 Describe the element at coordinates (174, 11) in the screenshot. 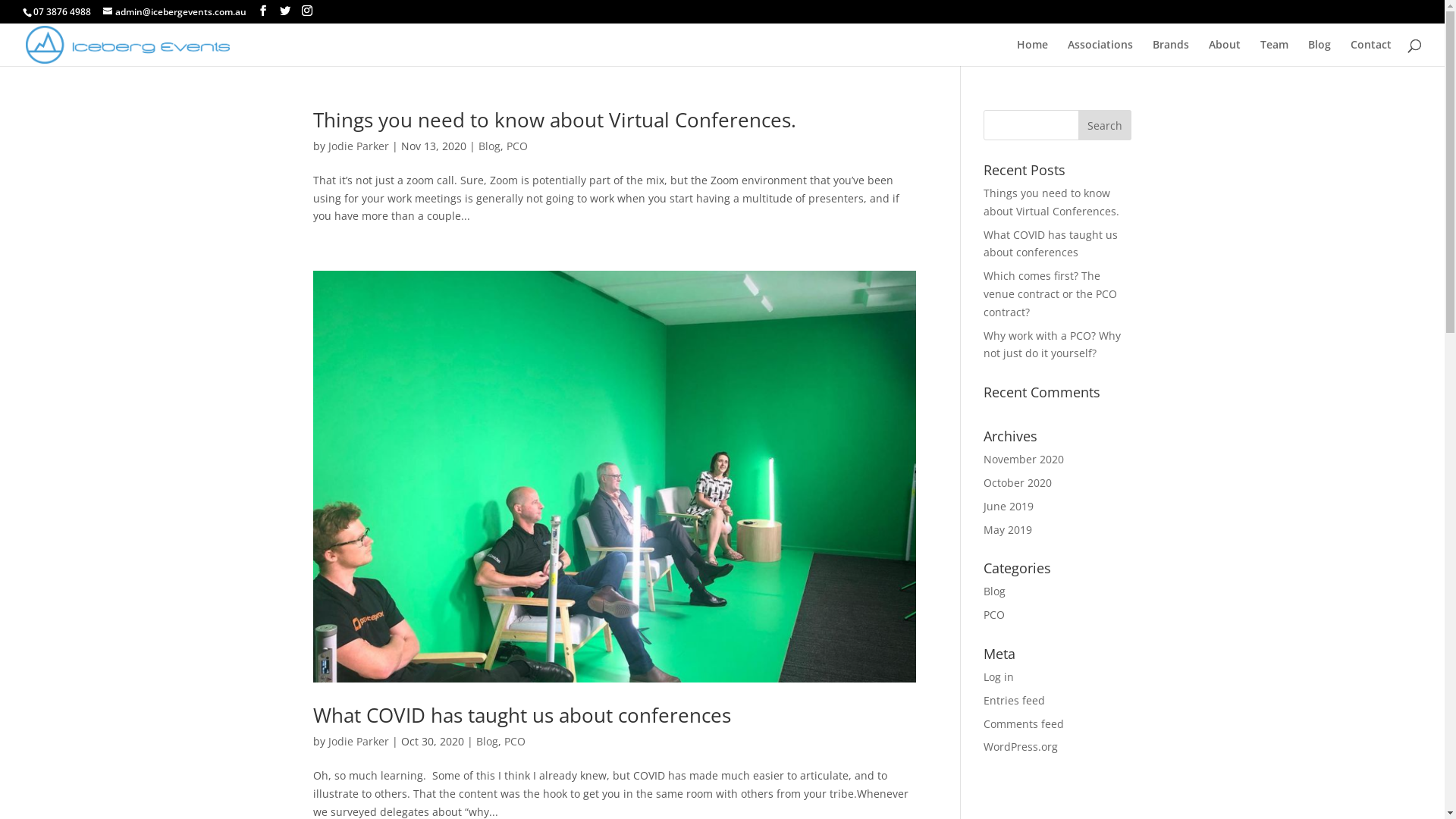

I see `'admin@icebergevents.com.au'` at that location.